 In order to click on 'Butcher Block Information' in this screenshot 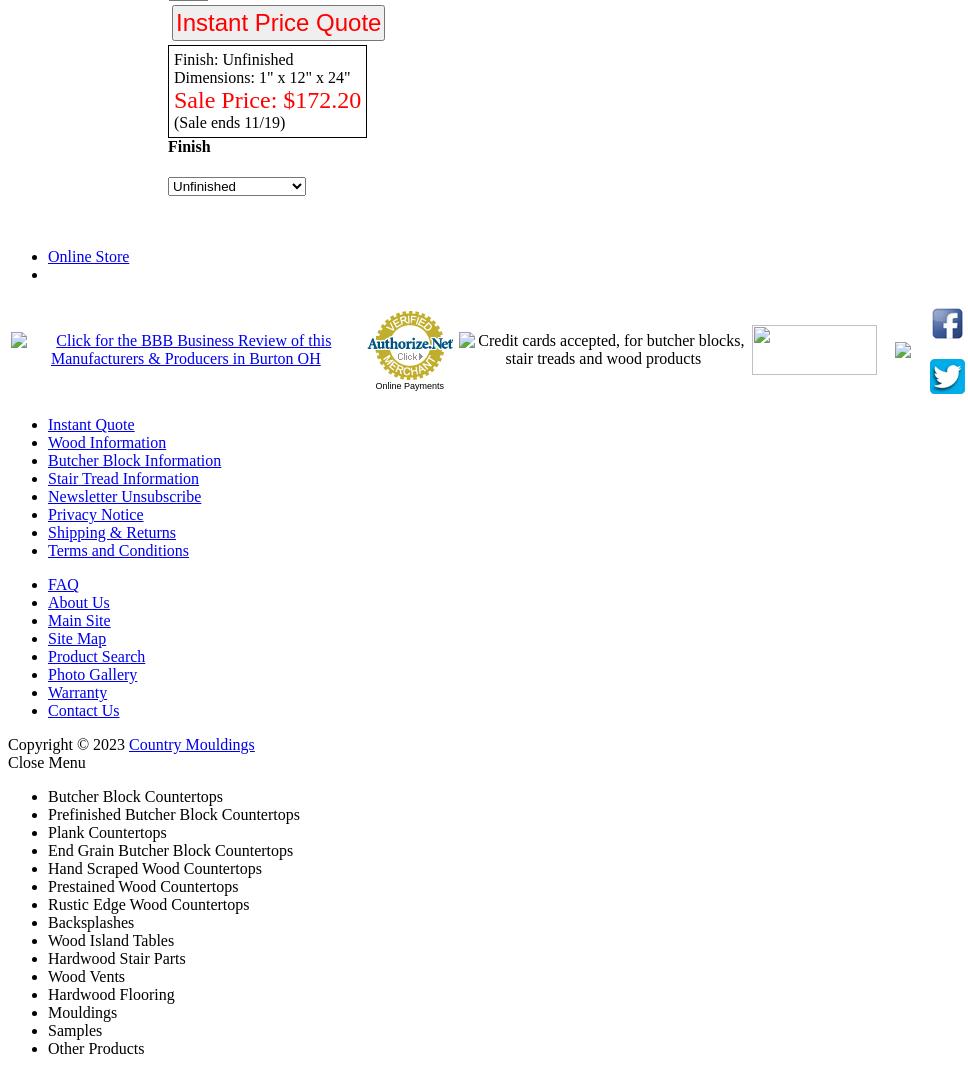, I will do `click(47, 459)`.